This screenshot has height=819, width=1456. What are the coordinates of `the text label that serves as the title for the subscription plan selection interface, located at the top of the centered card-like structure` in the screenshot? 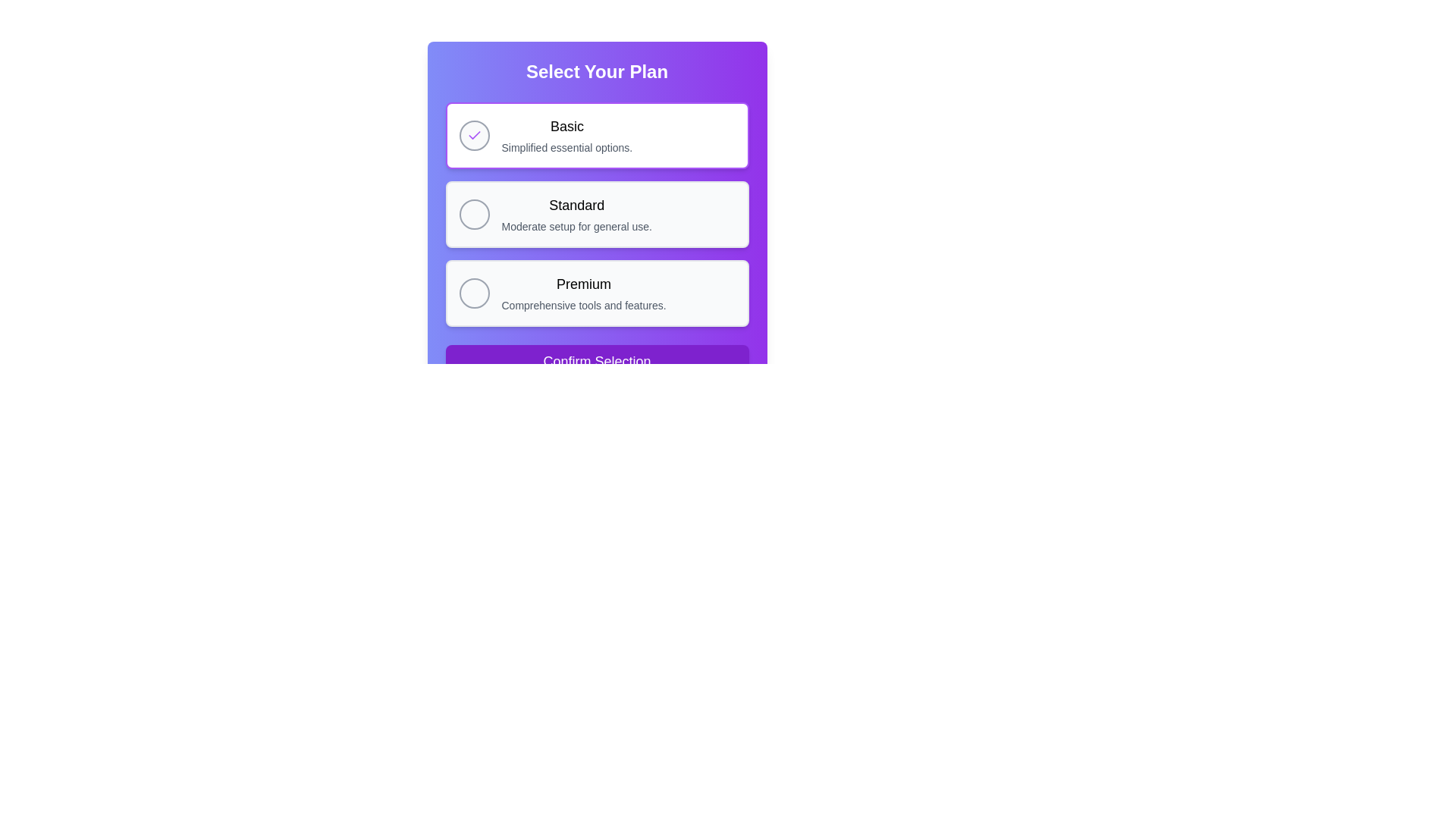 It's located at (596, 72).